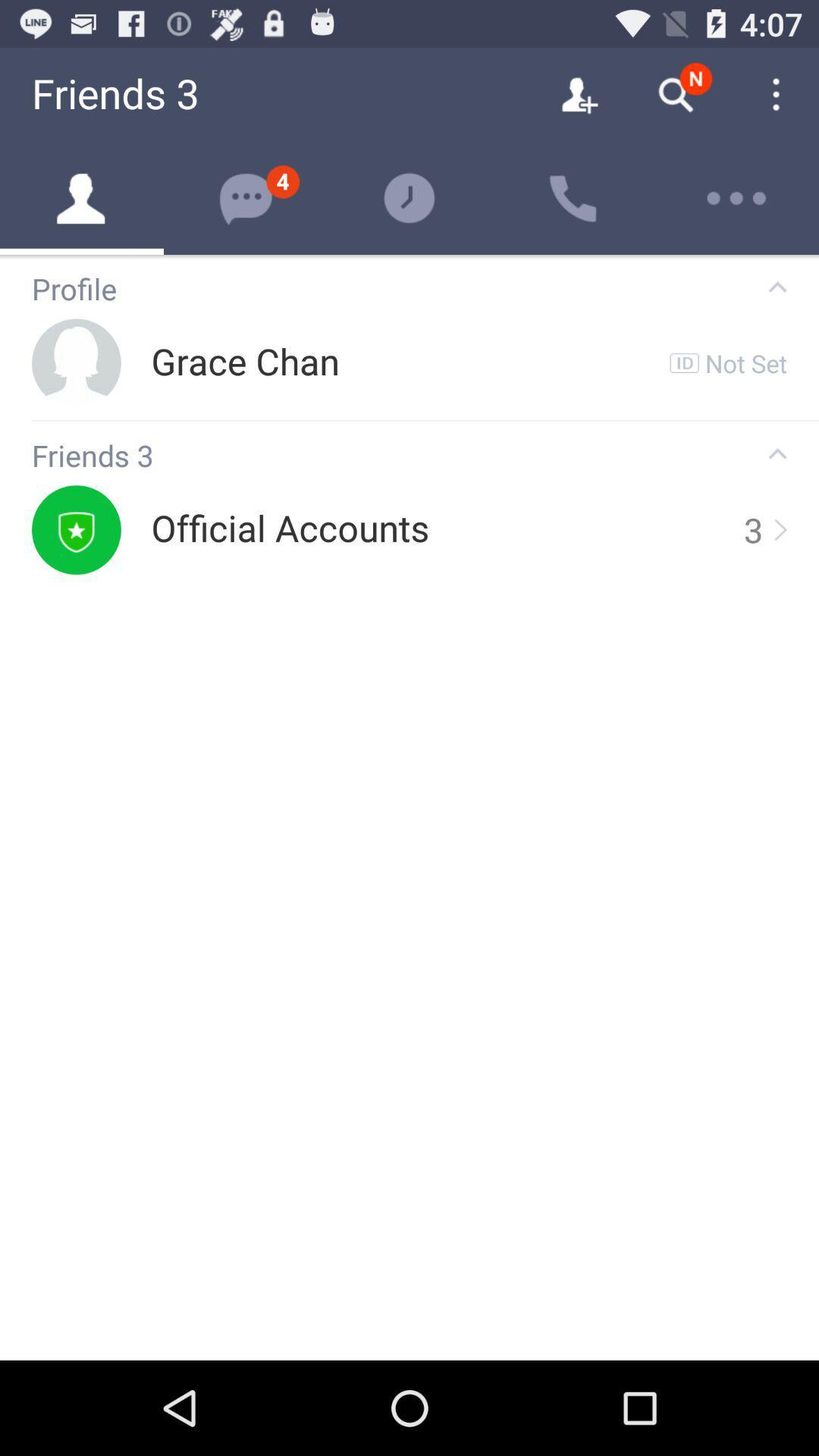  What do you see at coordinates (409, 257) in the screenshot?
I see `the item above the profile` at bounding box center [409, 257].